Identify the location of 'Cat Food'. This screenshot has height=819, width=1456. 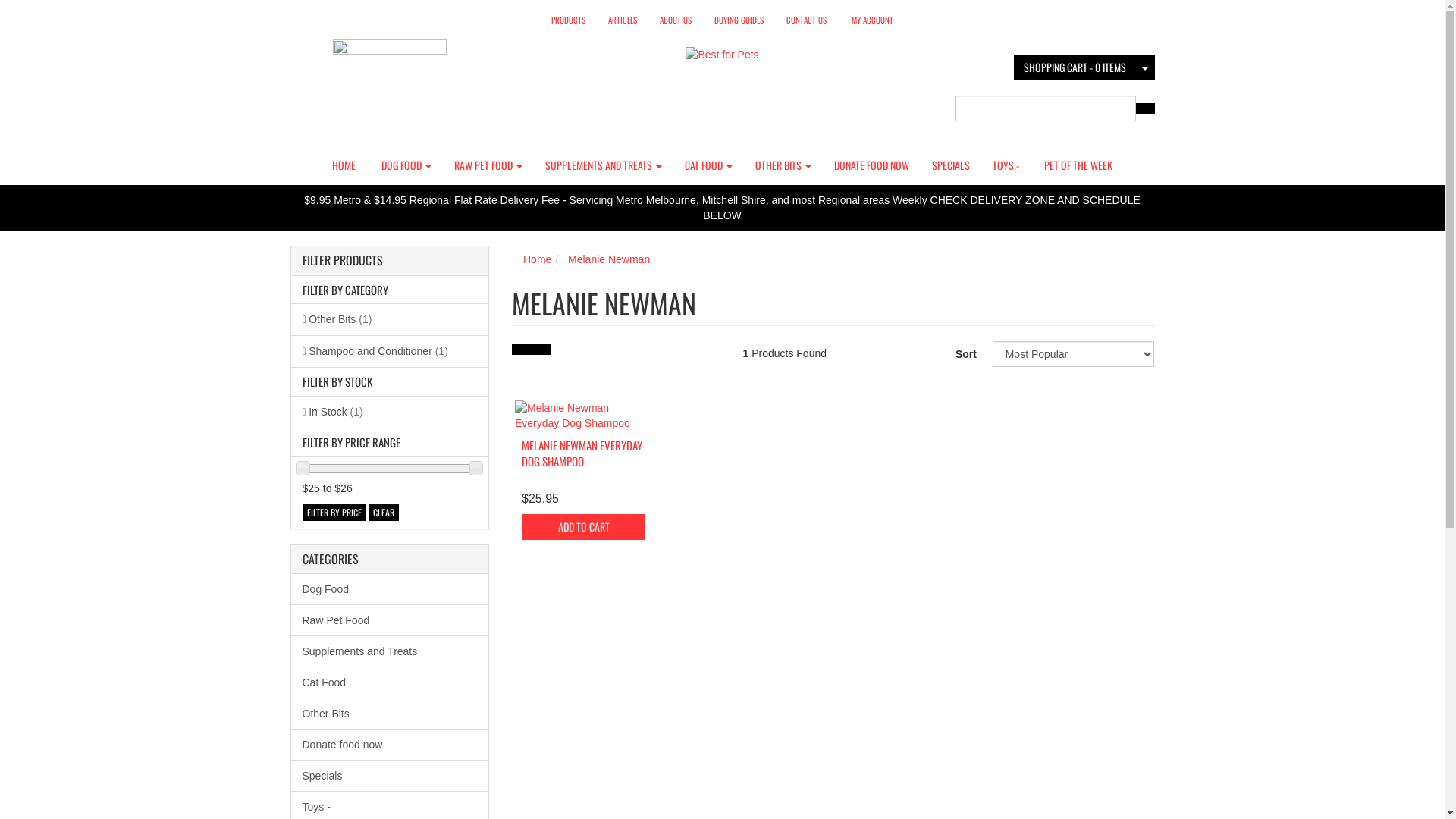
(390, 681).